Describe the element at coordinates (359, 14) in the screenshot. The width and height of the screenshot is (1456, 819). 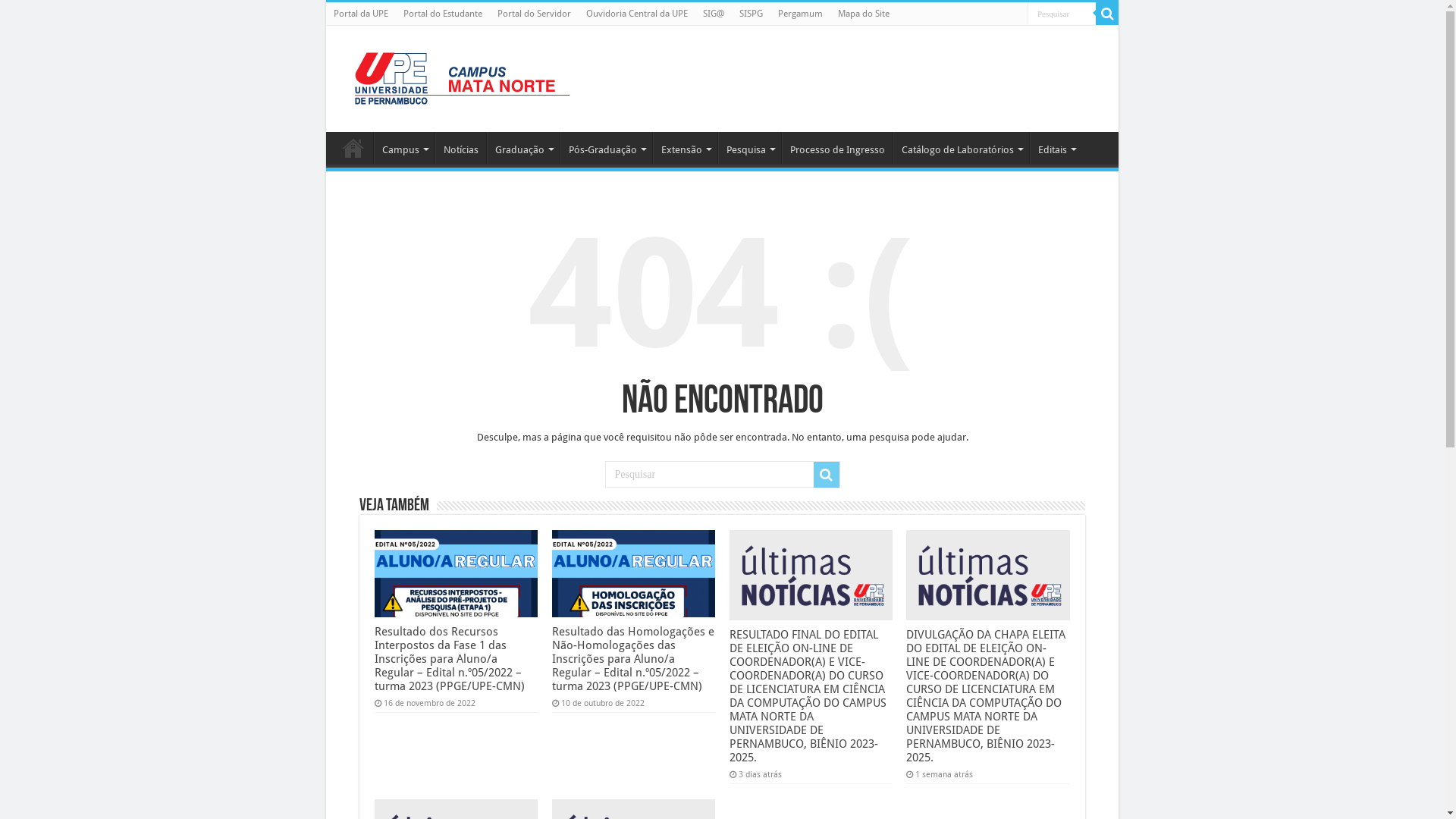
I see `'Portal da UPE'` at that location.